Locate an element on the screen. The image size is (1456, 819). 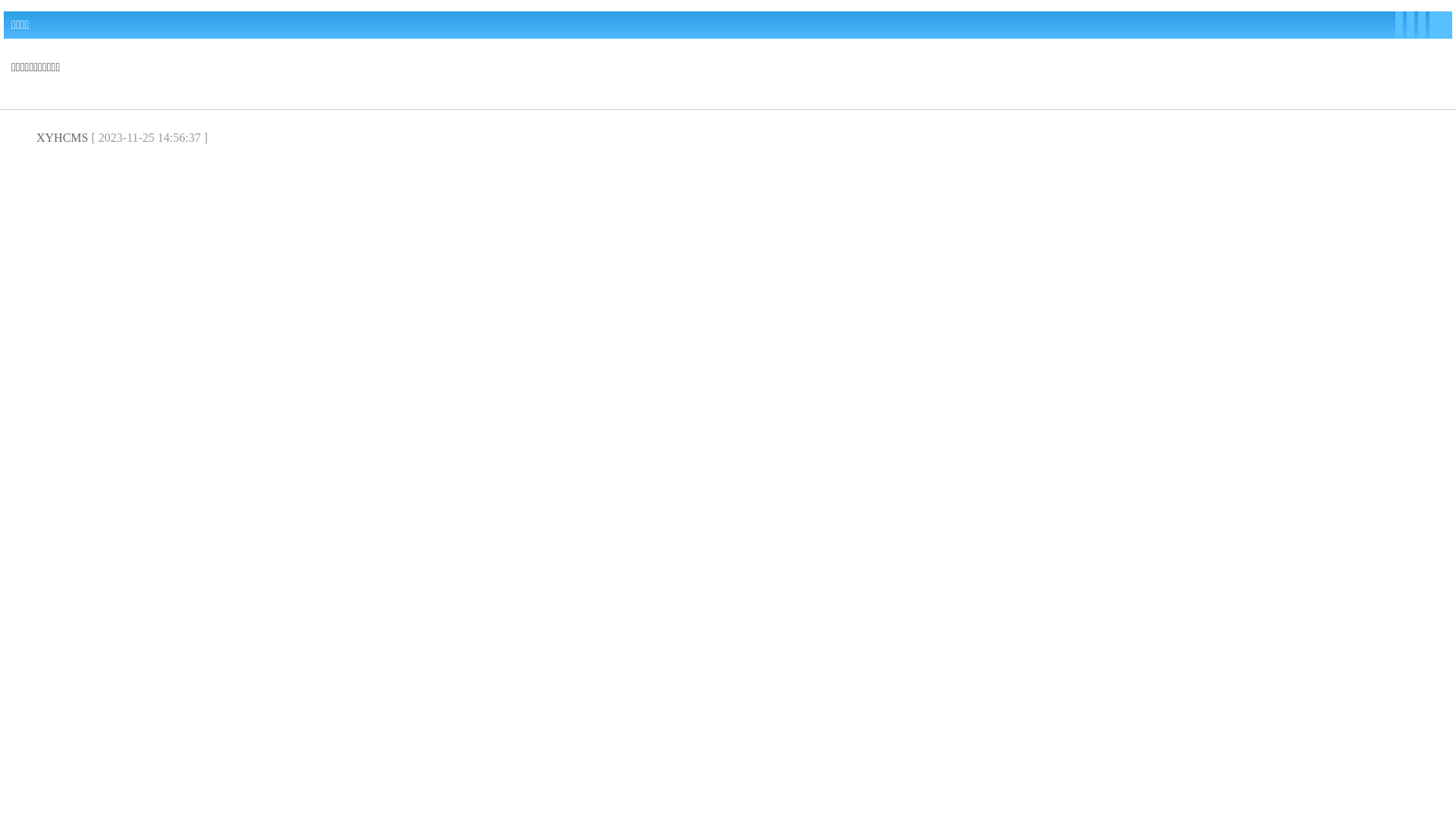
'XYHCMS' is located at coordinates (36, 137).